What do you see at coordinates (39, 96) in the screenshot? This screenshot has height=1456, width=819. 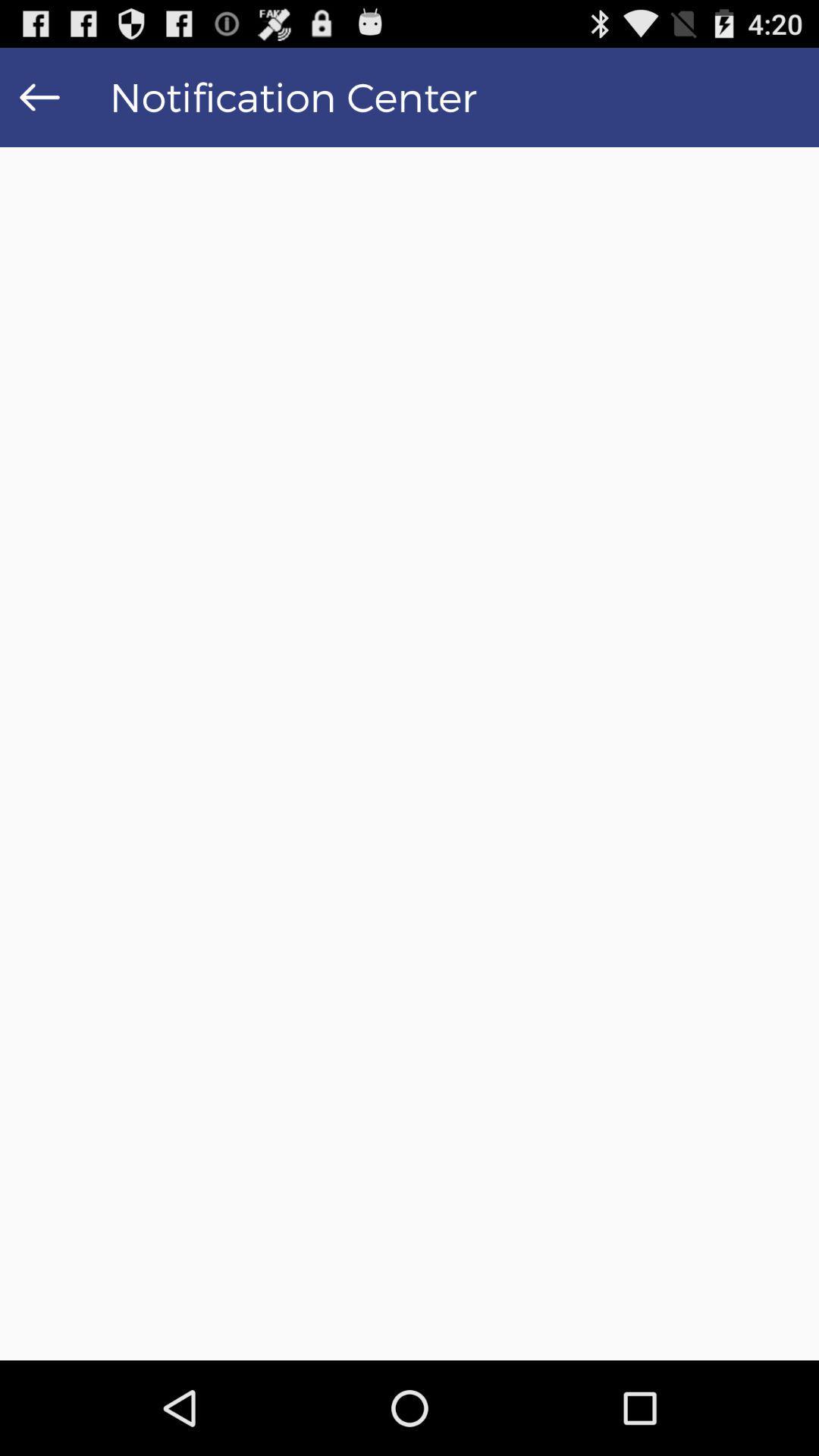 I see `icon at the top left corner` at bounding box center [39, 96].